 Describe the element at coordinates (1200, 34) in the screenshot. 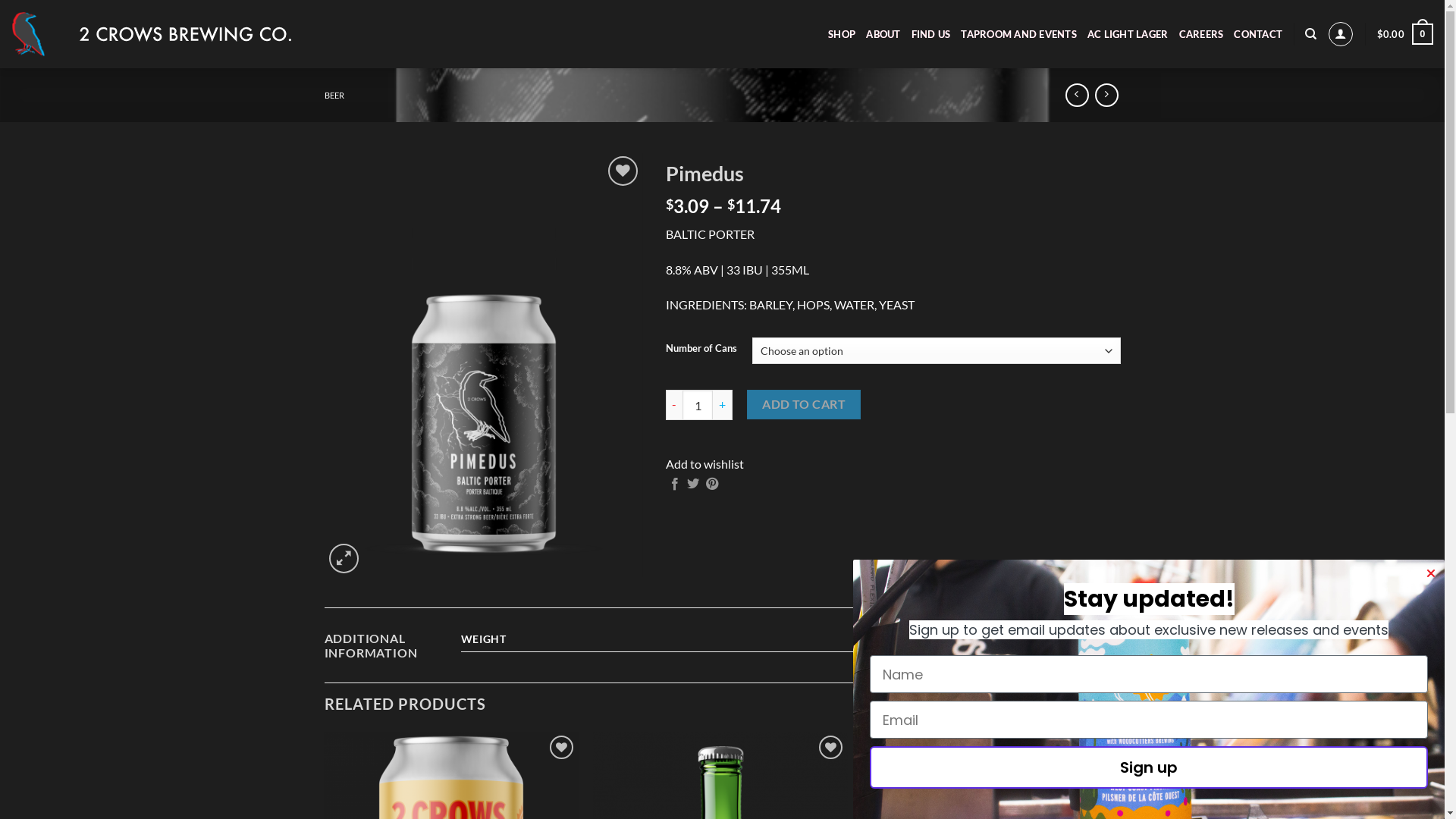

I see `'CAREERS'` at that location.